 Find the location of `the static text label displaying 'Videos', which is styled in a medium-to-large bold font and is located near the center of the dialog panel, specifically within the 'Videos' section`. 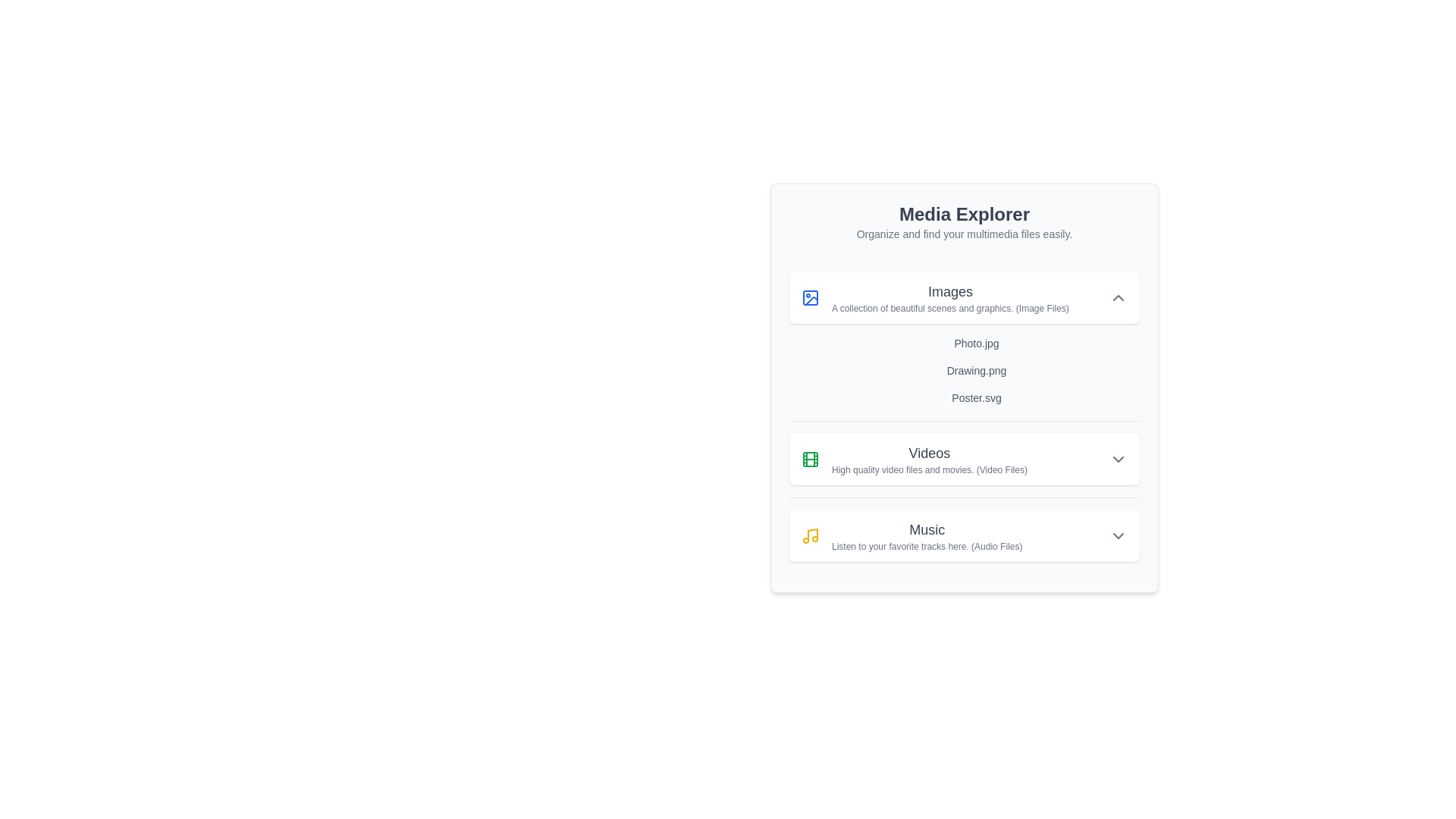

the static text label displaying 'Videos', which is styled in a medium-to-large bold font and is located near the center of the dialog panel, specifically within the 'Videos' section is located at coordinates (928, 452).